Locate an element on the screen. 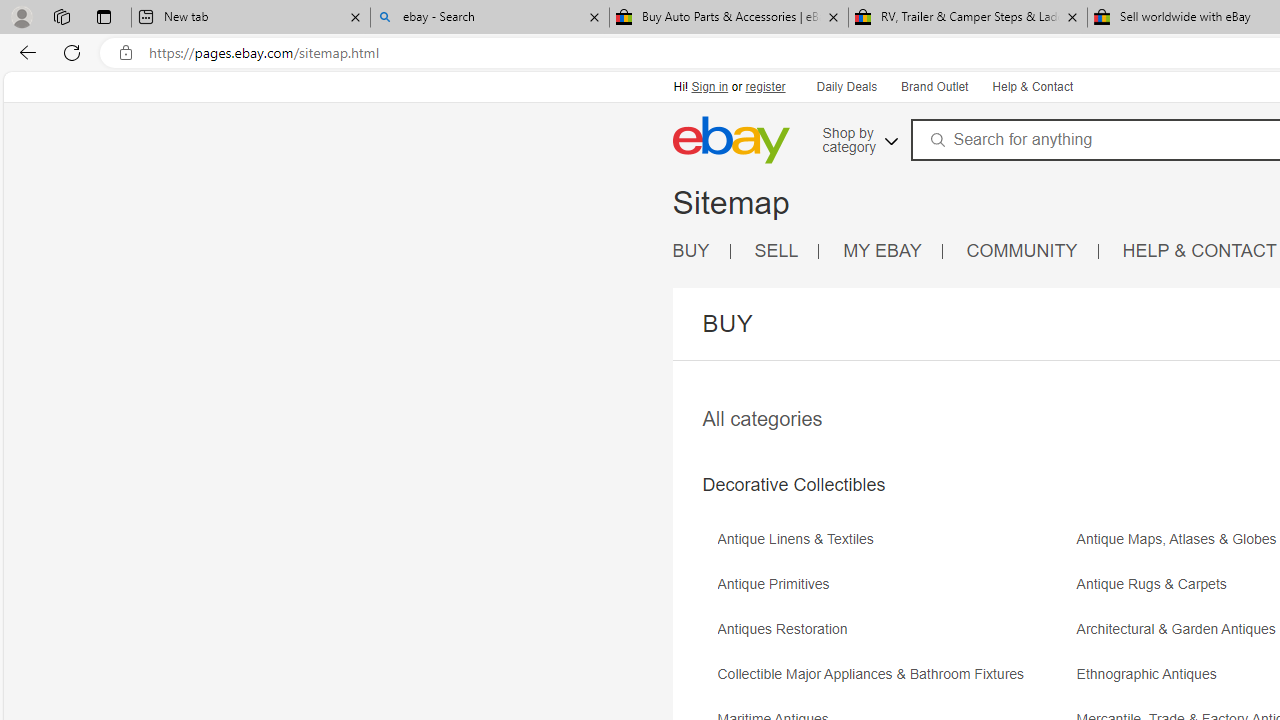 The image size is (1280, 720). 'Decorative Collectibles' is located at coordinates (792, 485).